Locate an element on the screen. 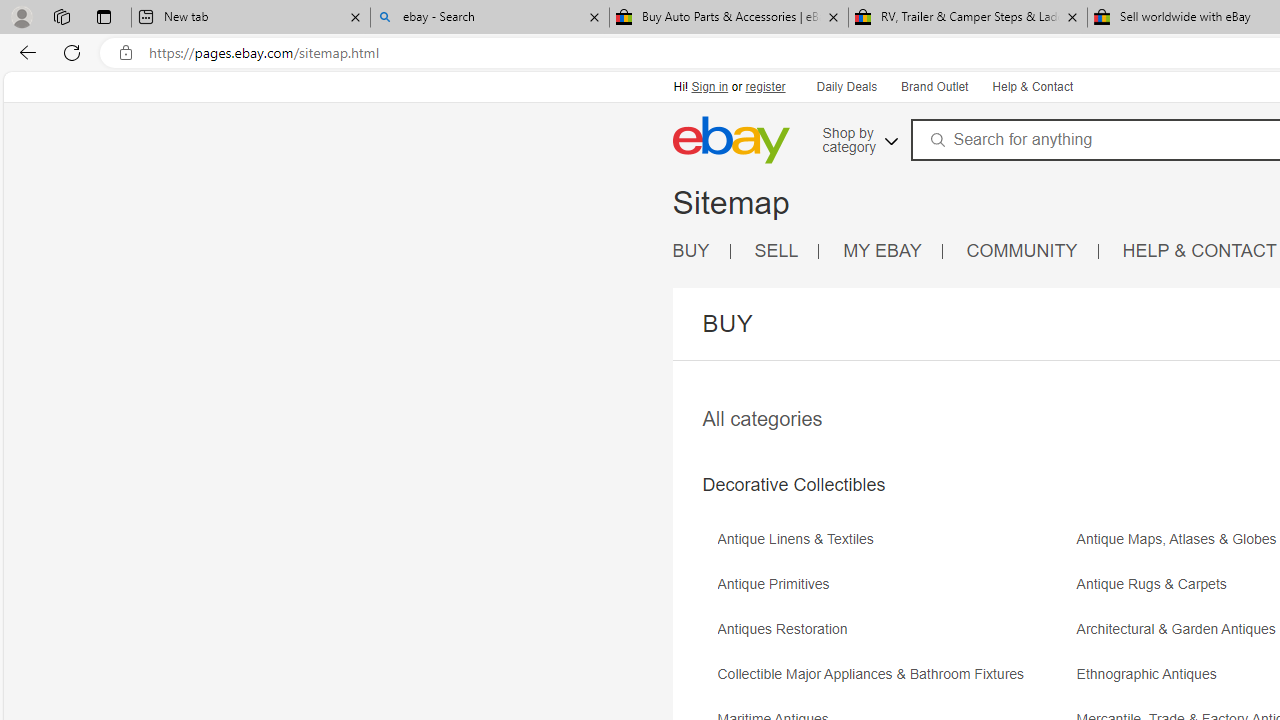 The image size is (1280, 720). 'Decorative Collectibles' is located at coordinates (792, 485).